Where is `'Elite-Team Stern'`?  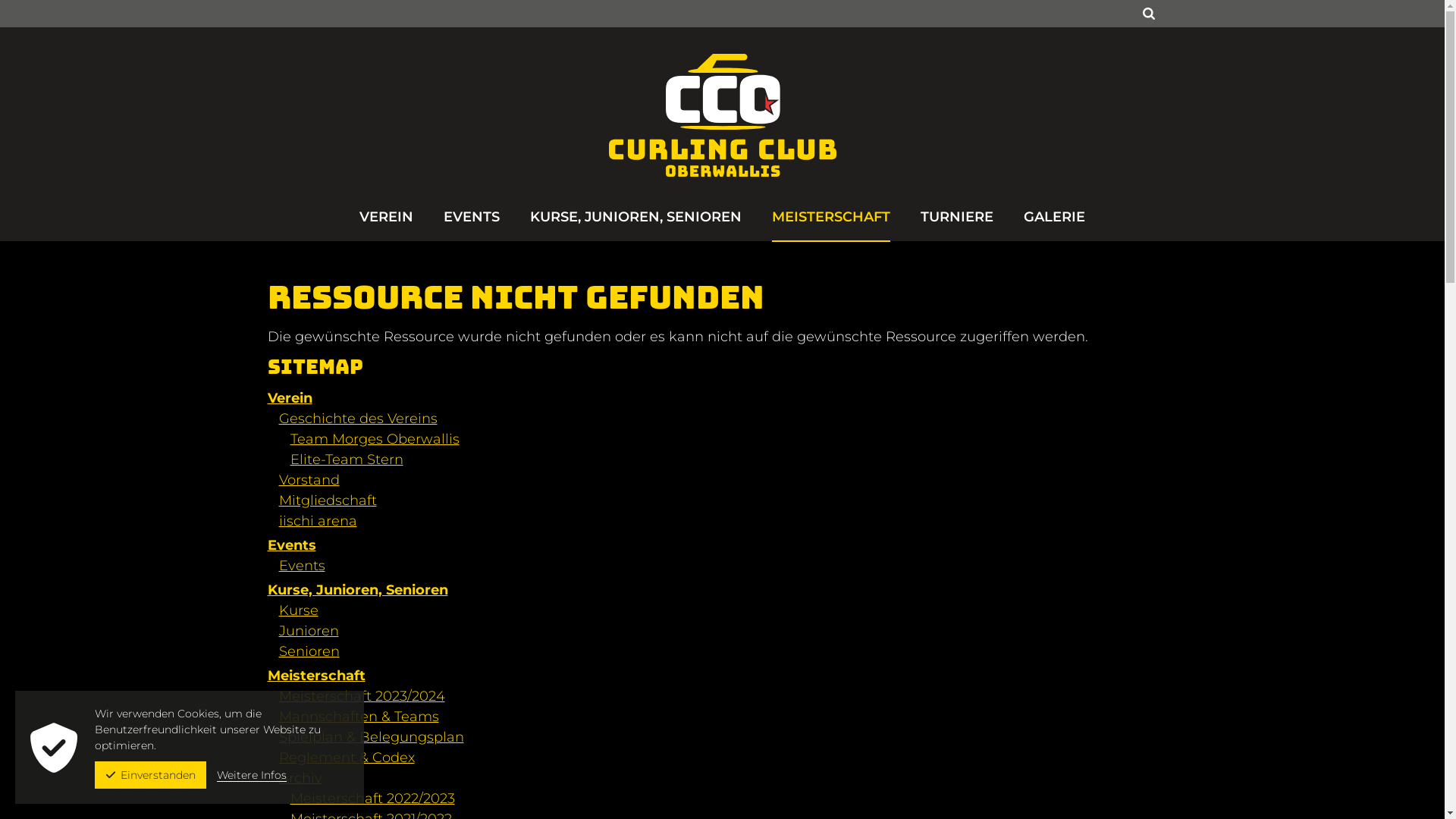
'Elite-Team Stern' is located at coordinates (345, 458).